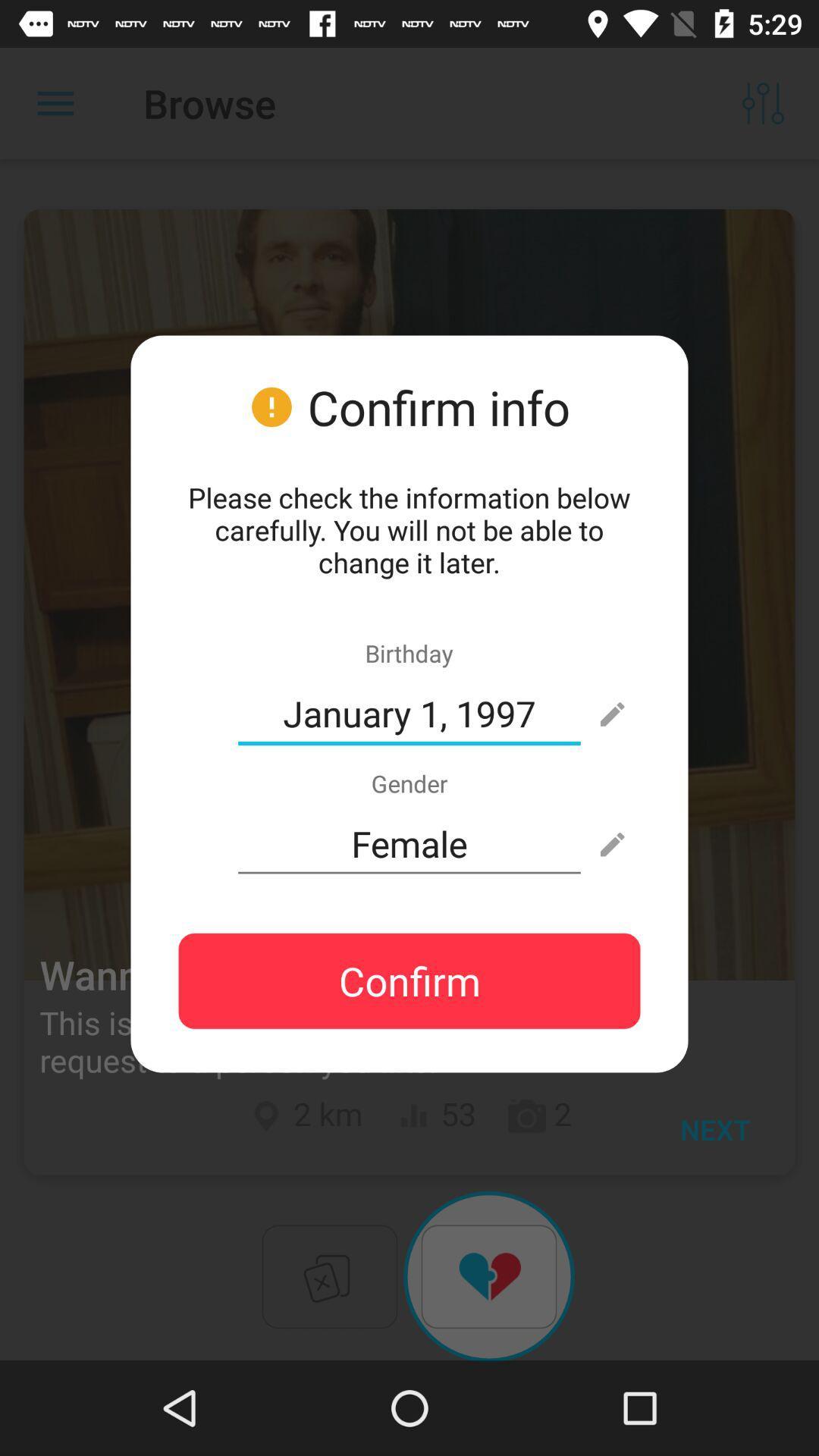  Describe the element at coordinates (409, 713) in the screenshot. I see `icon below birthday icon` at that location.